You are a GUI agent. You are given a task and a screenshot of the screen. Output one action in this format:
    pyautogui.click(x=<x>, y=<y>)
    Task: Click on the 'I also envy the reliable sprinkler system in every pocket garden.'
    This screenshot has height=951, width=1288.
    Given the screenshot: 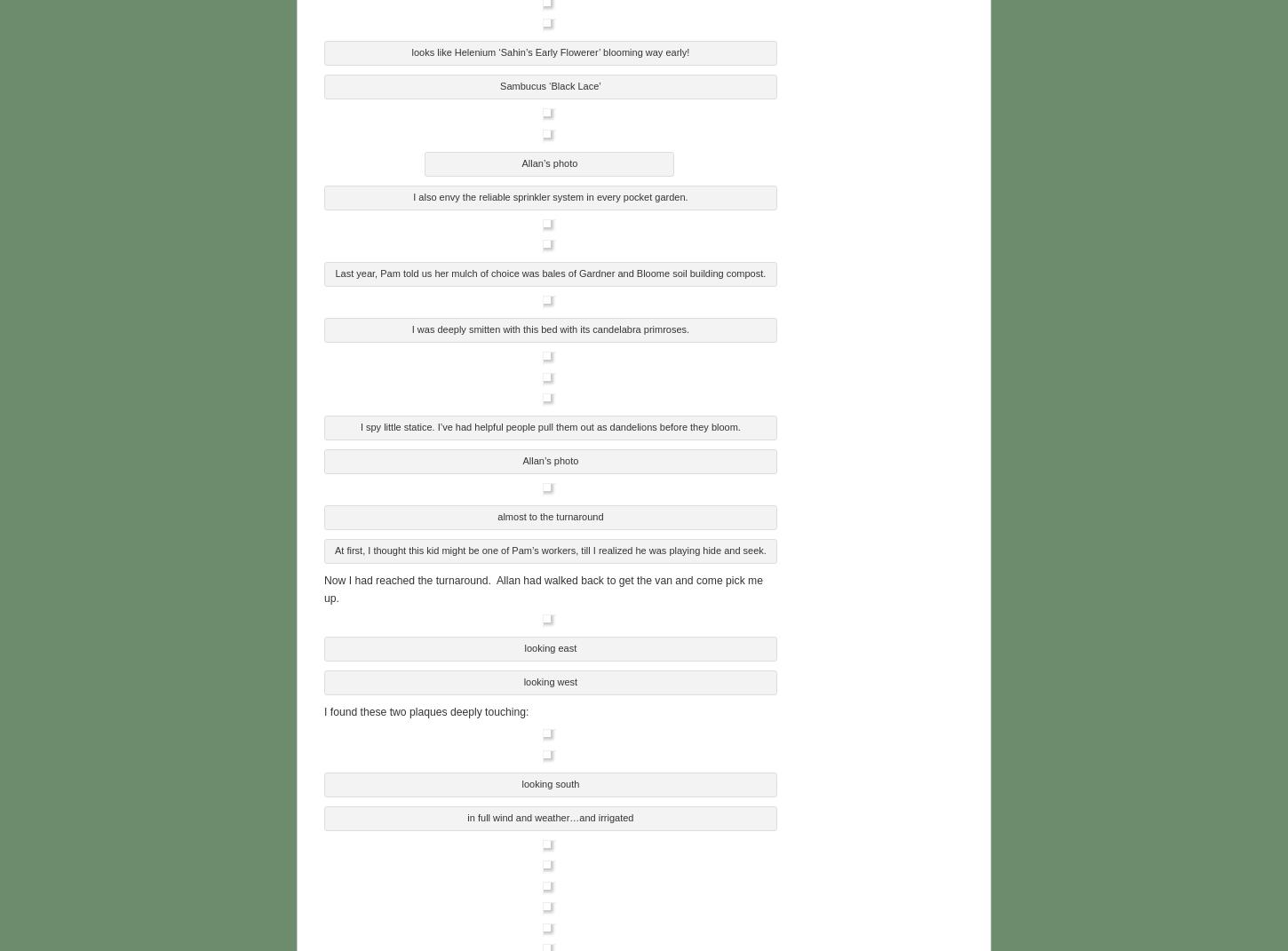 What is the action you would take?
    pyautogui.click(x=549, y=194)
    